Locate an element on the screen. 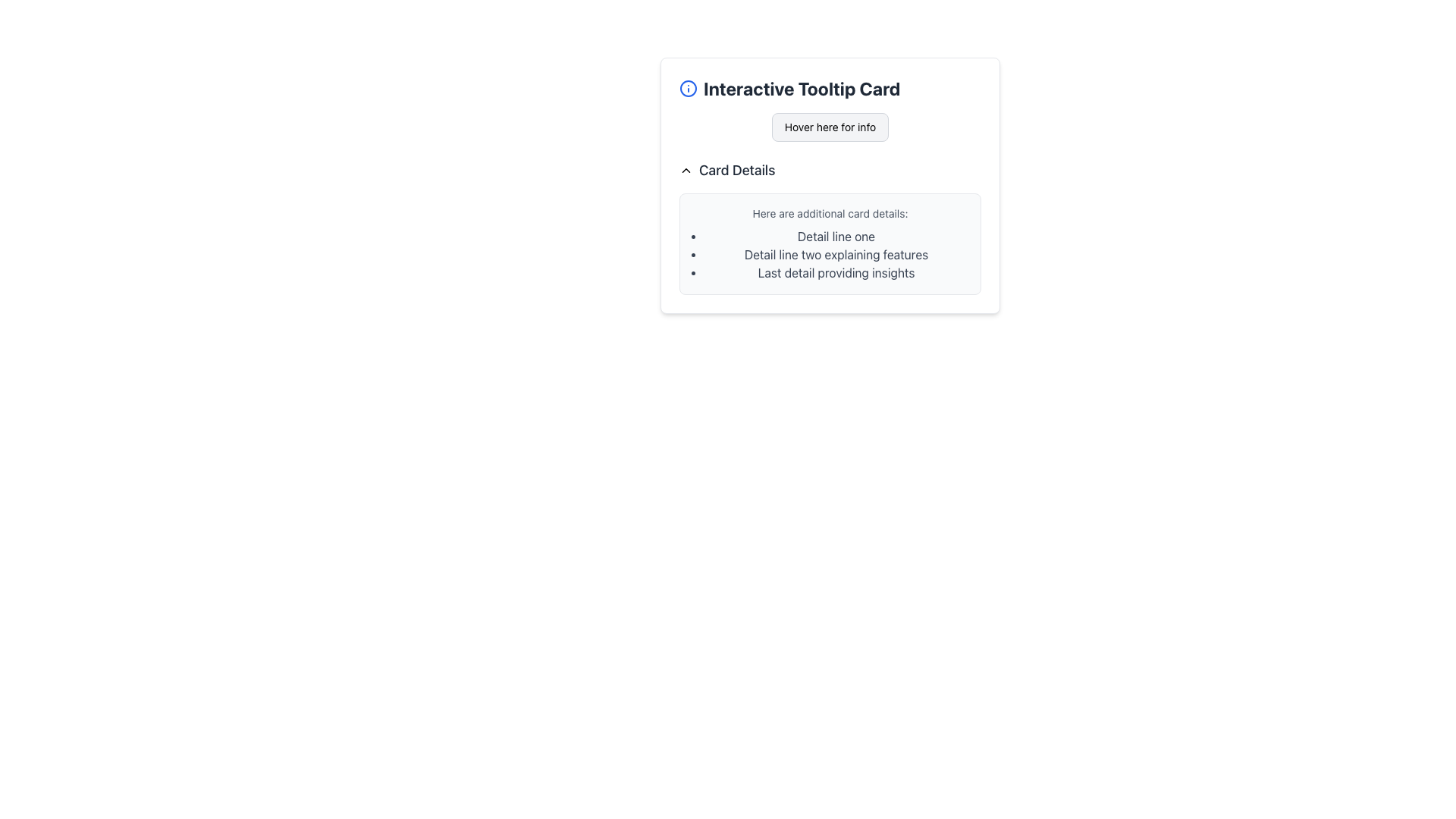 This screenshot has height=819, width=1456. text contained within the rectangular card element located under the 'Card Details' heading, which has a light gray background and rounded corners is located at coordinates (829, 243).